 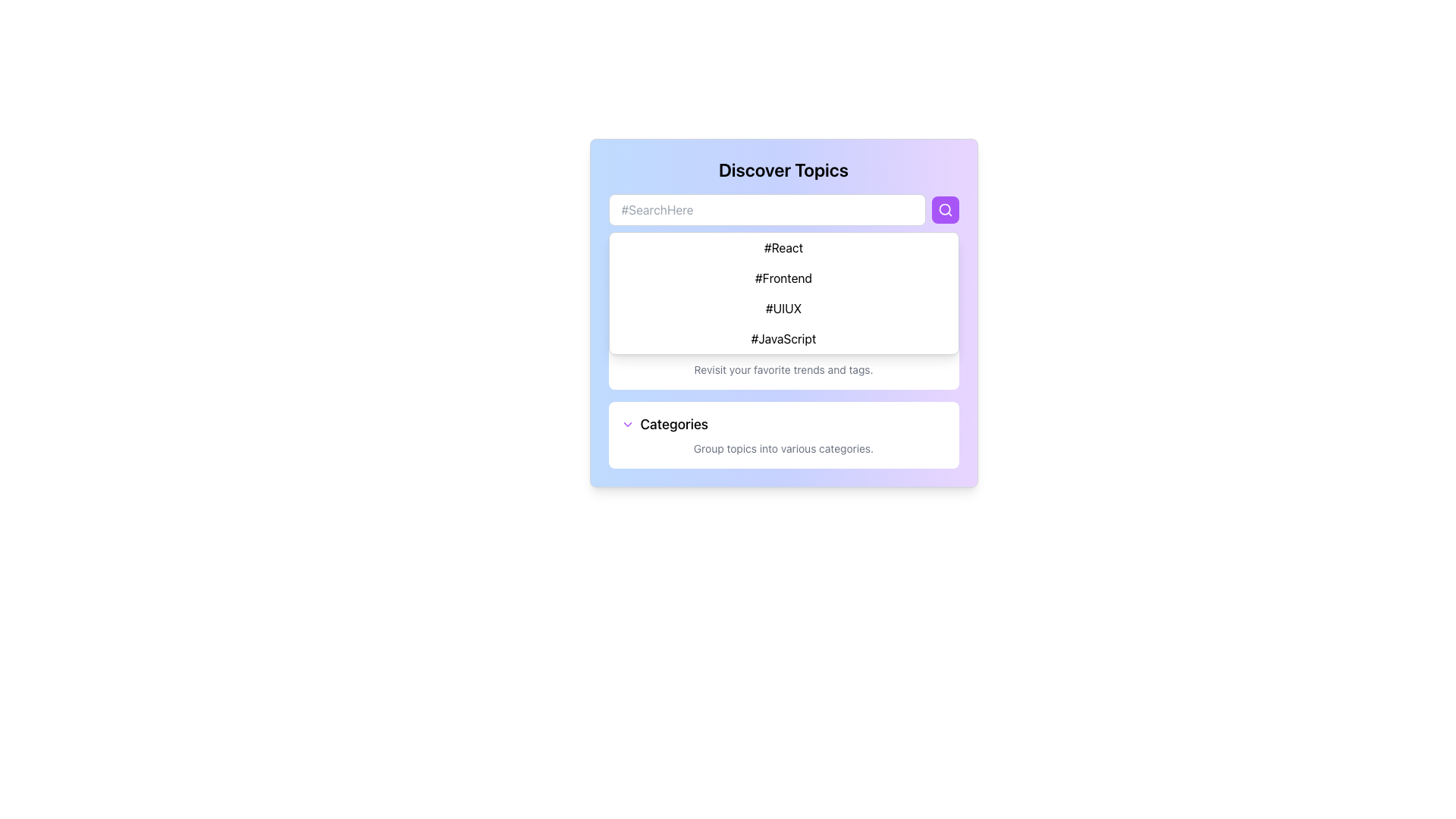 I want to click on the small magnifying glass icon on the top-right corner of the search bar, so click(x=944, y=210).